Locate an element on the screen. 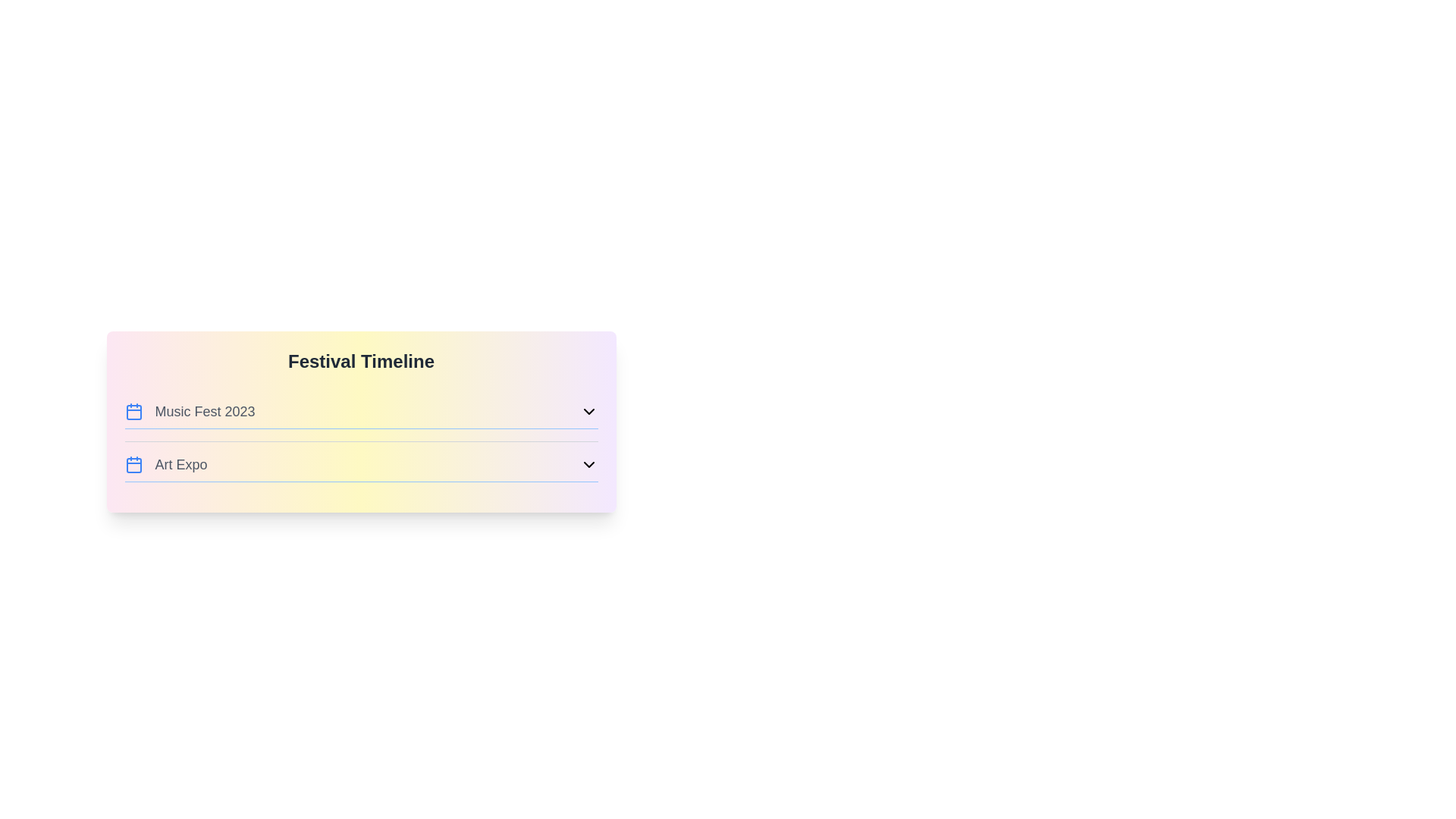 Image resolution: width=1456 pixels, height=819 pixels. the 'Music Fest 2023' dropdown to expand its details is located at coordinates (360, 415).